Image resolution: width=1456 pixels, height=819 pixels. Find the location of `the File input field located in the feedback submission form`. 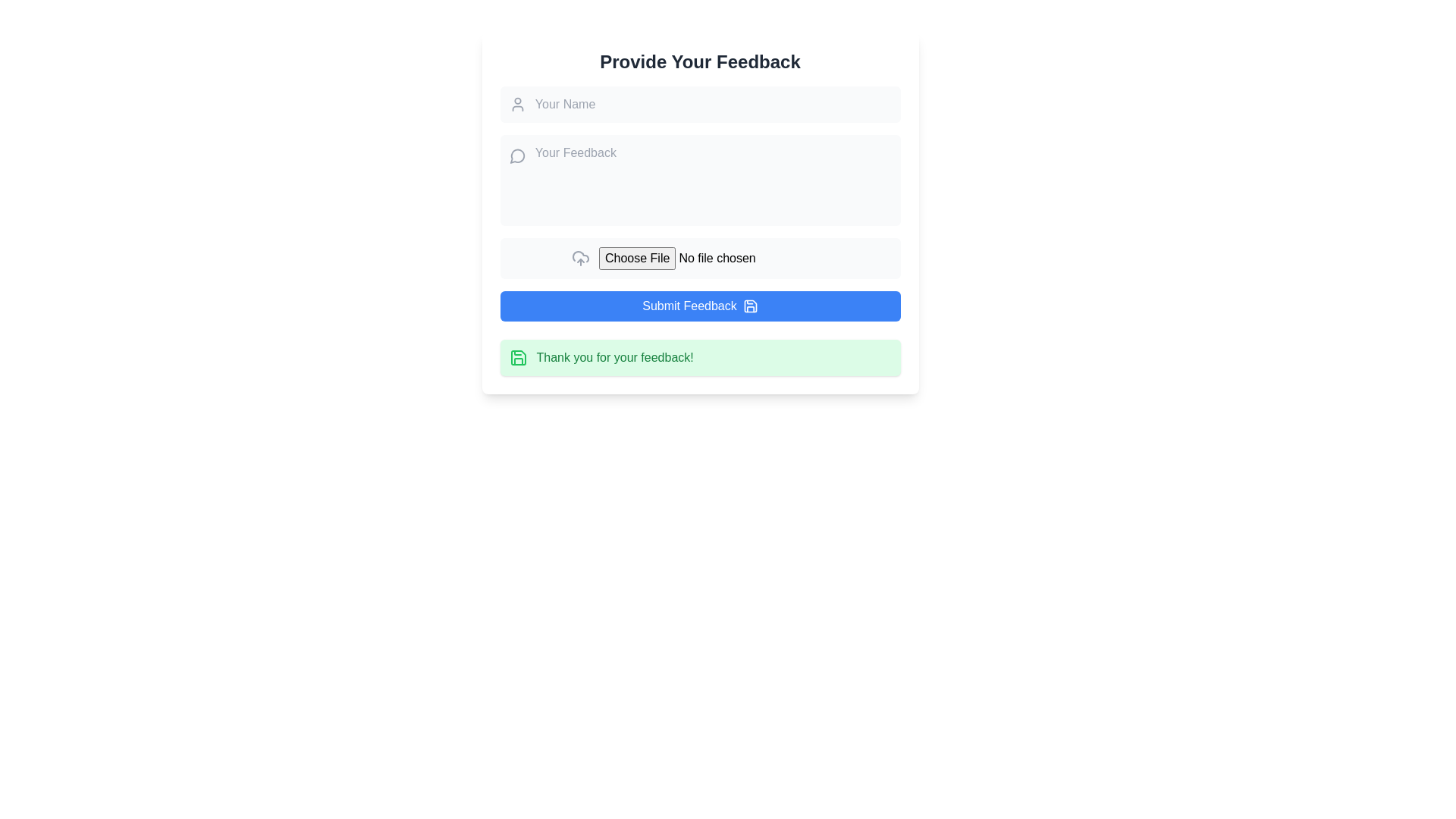

the File input field located in the feedback submission form is located at coordinates (713, 257).